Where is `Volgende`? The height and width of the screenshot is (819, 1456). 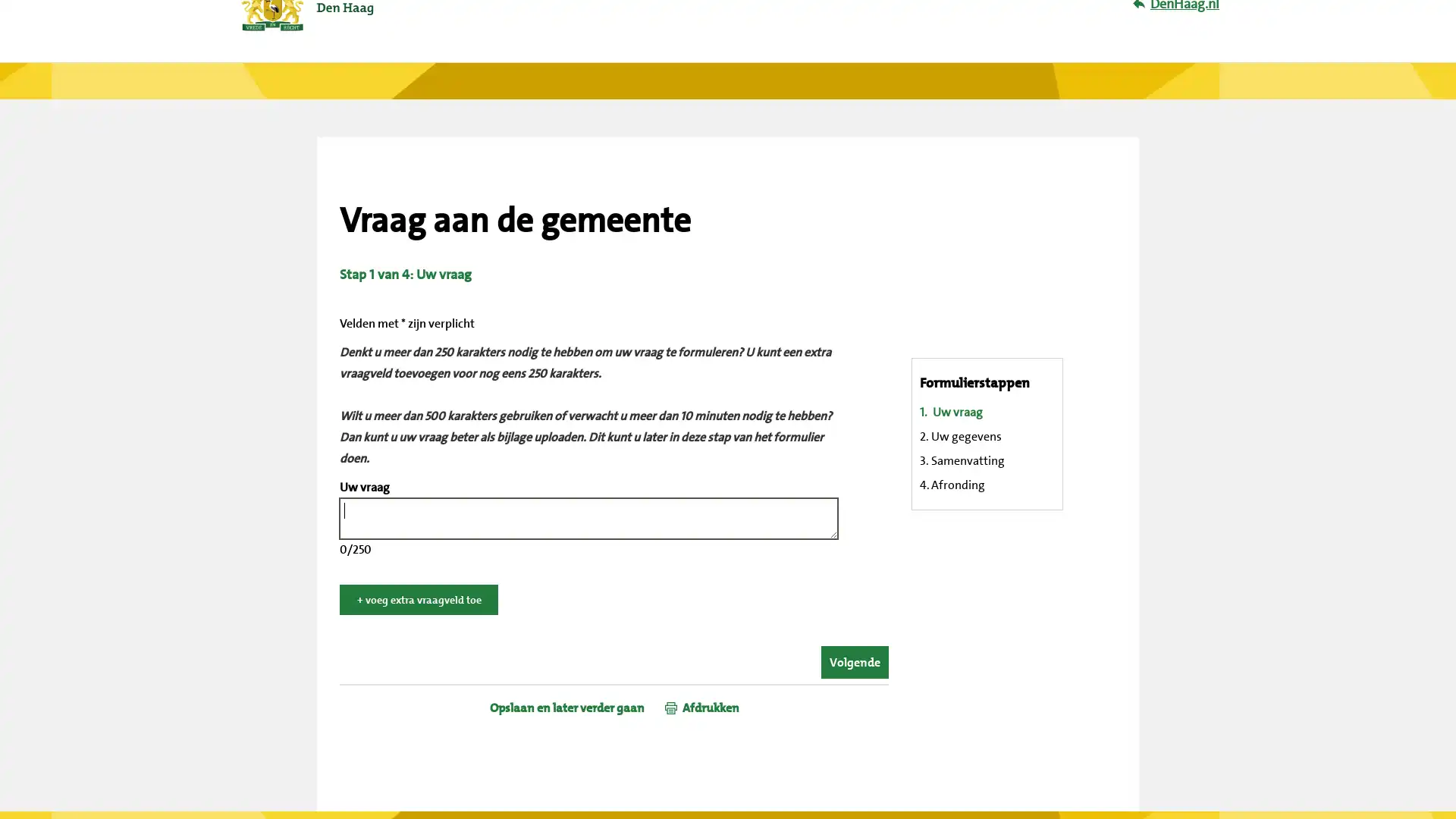 Volgende is located at coordinates (855, 661).